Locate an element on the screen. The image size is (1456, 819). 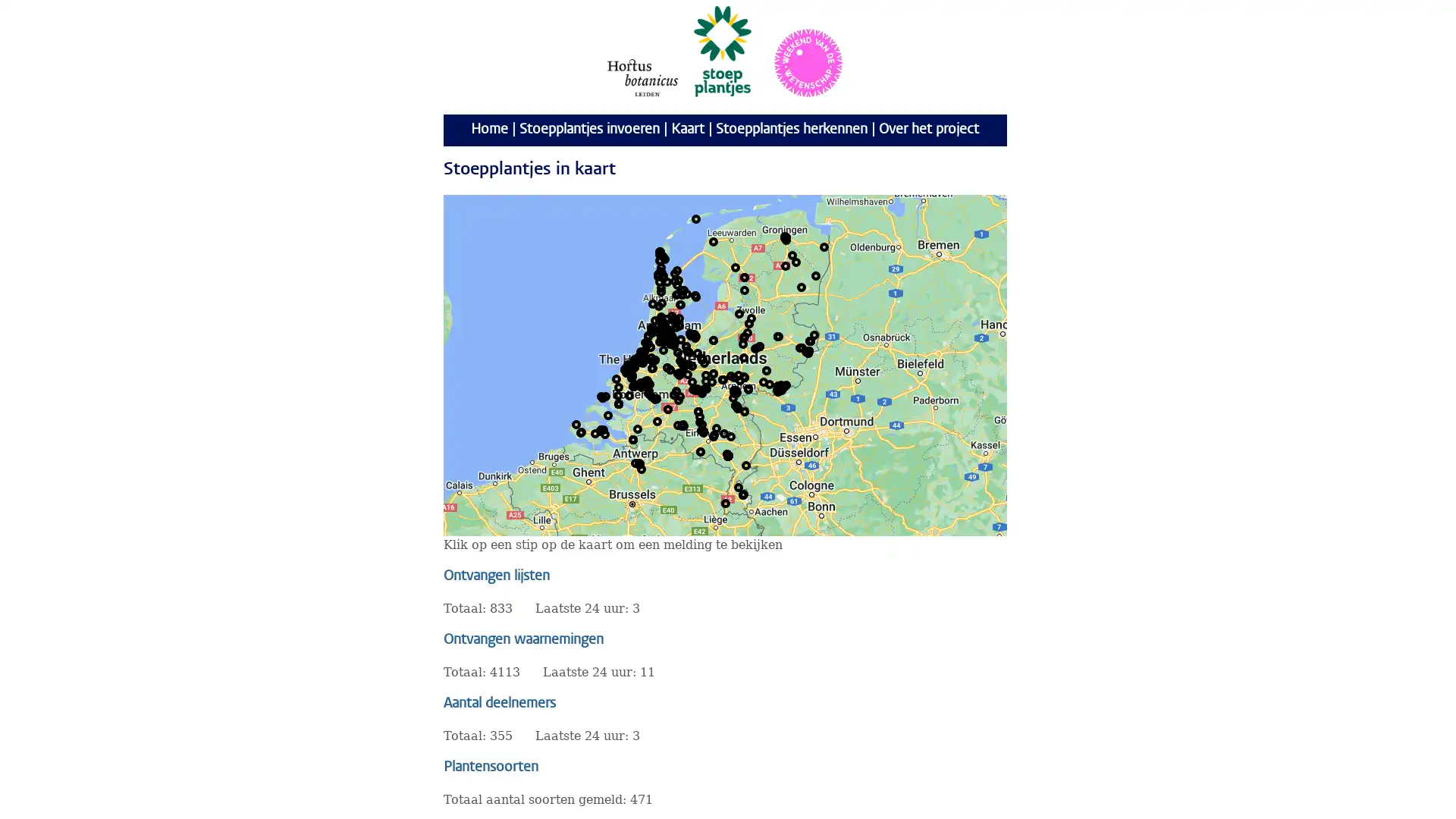
Telling van op 31 mei 2022 is located at coordinates (619, 403).